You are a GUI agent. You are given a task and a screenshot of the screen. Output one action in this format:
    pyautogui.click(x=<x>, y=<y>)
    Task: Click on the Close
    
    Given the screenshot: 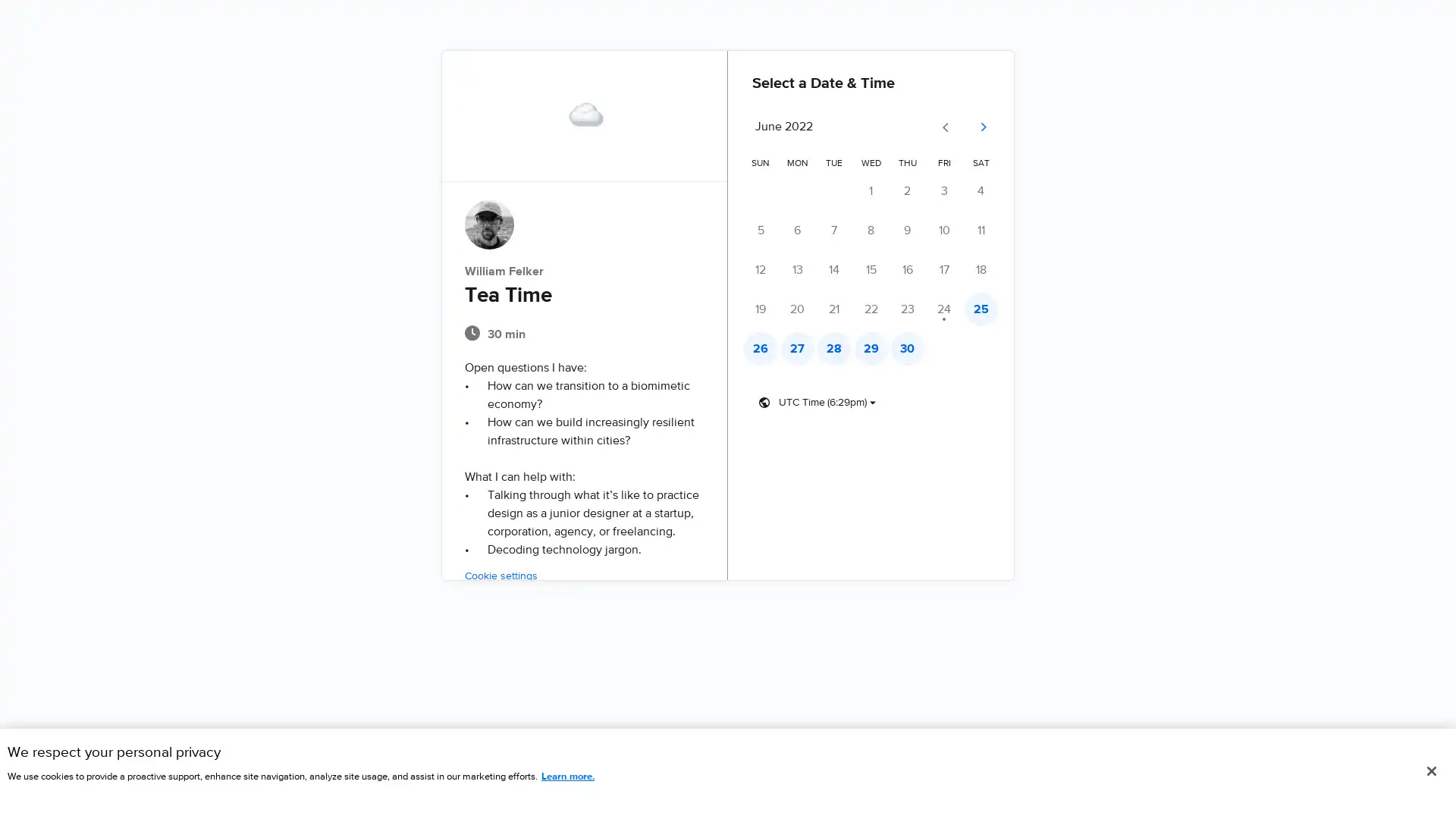 What is the action you would take?
    pyautogui.click(x=1430, y=771)
    